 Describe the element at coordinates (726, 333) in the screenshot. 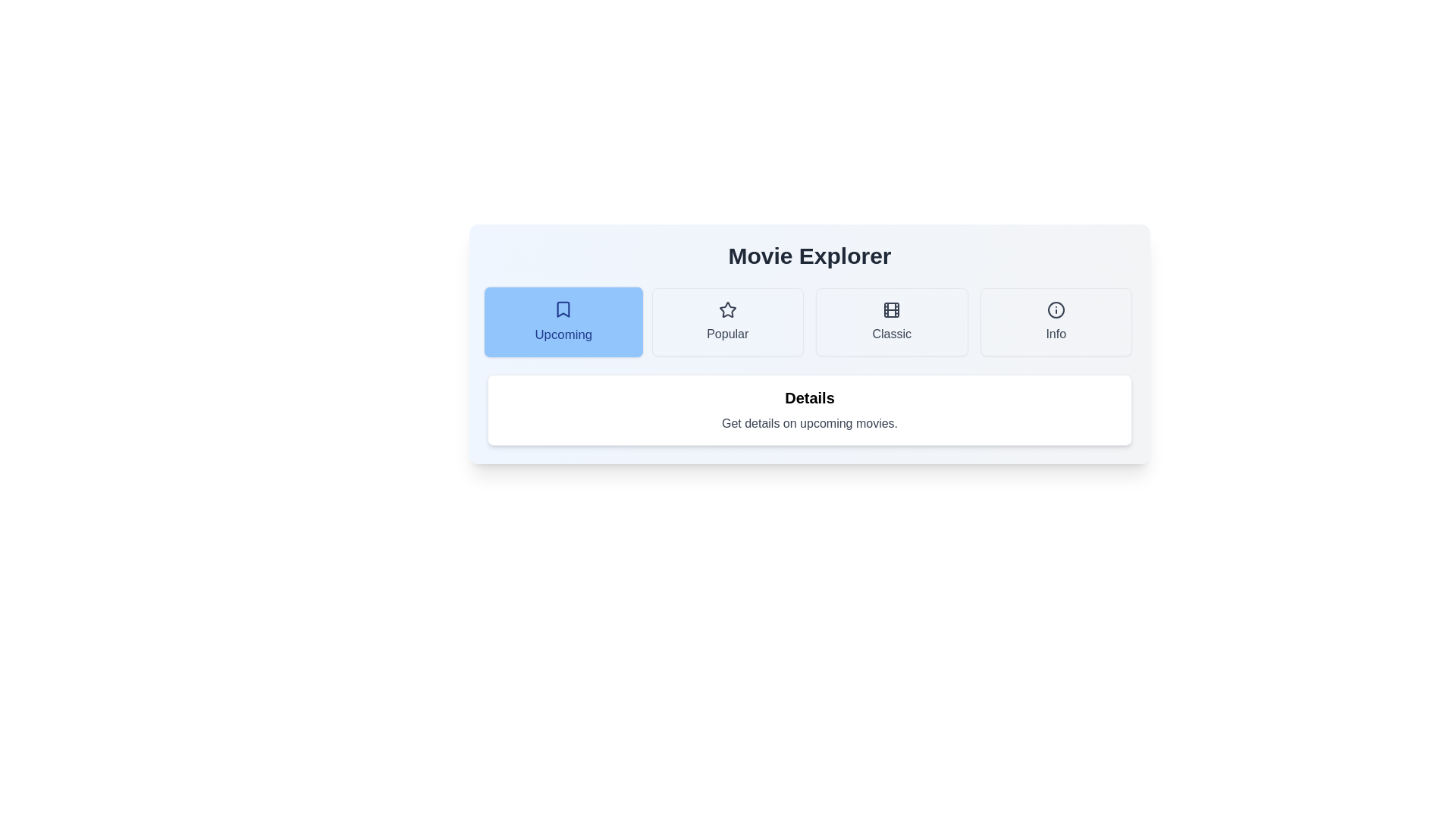

I see `the 'Popular' label, which indicates a category or option positioned below the star icon in the second option of a horizontally aligned set of interactive sections` at that location.